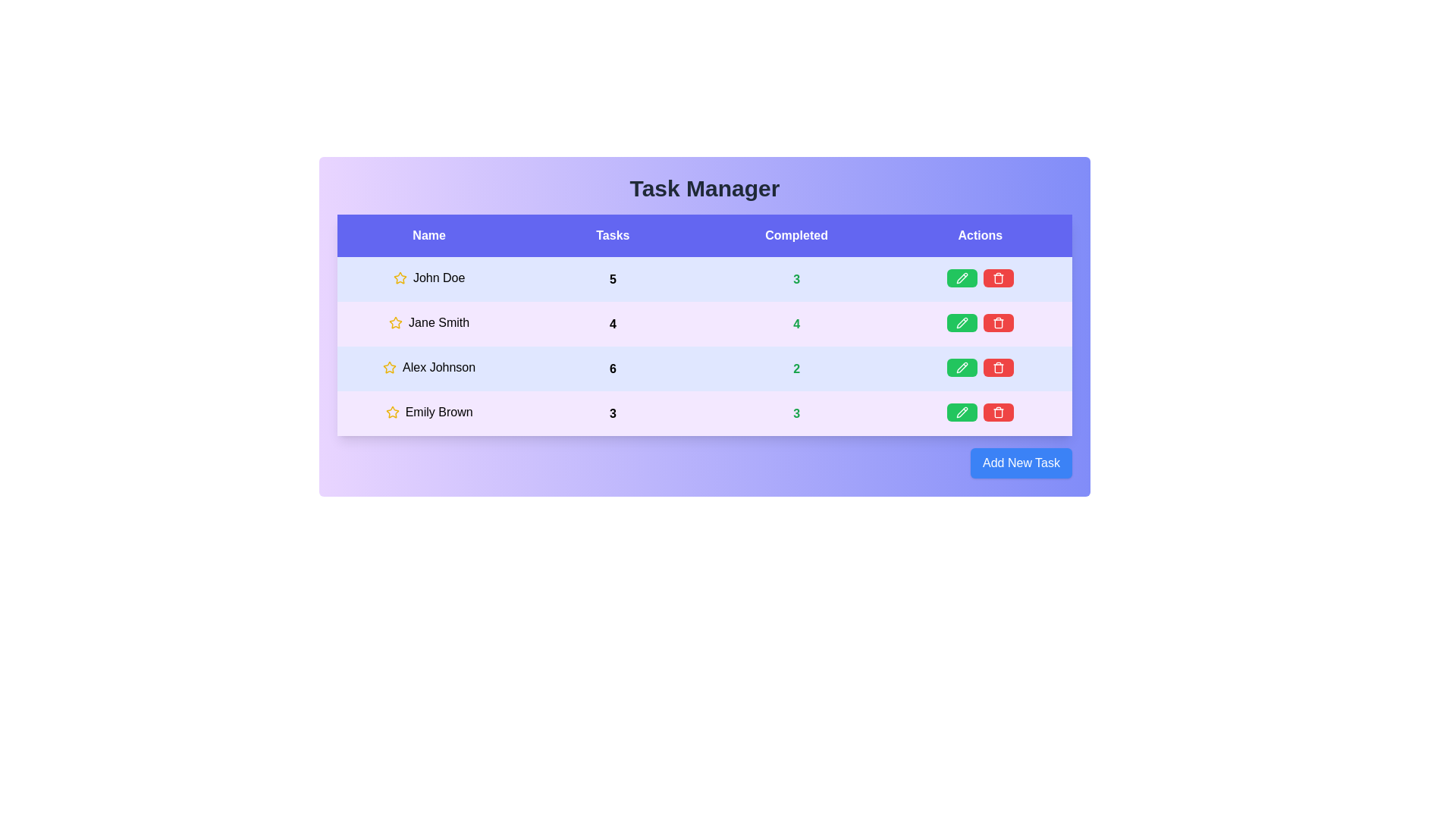  I want to click on green pencil icon to edit the task for John Doe, so click(961, 278).